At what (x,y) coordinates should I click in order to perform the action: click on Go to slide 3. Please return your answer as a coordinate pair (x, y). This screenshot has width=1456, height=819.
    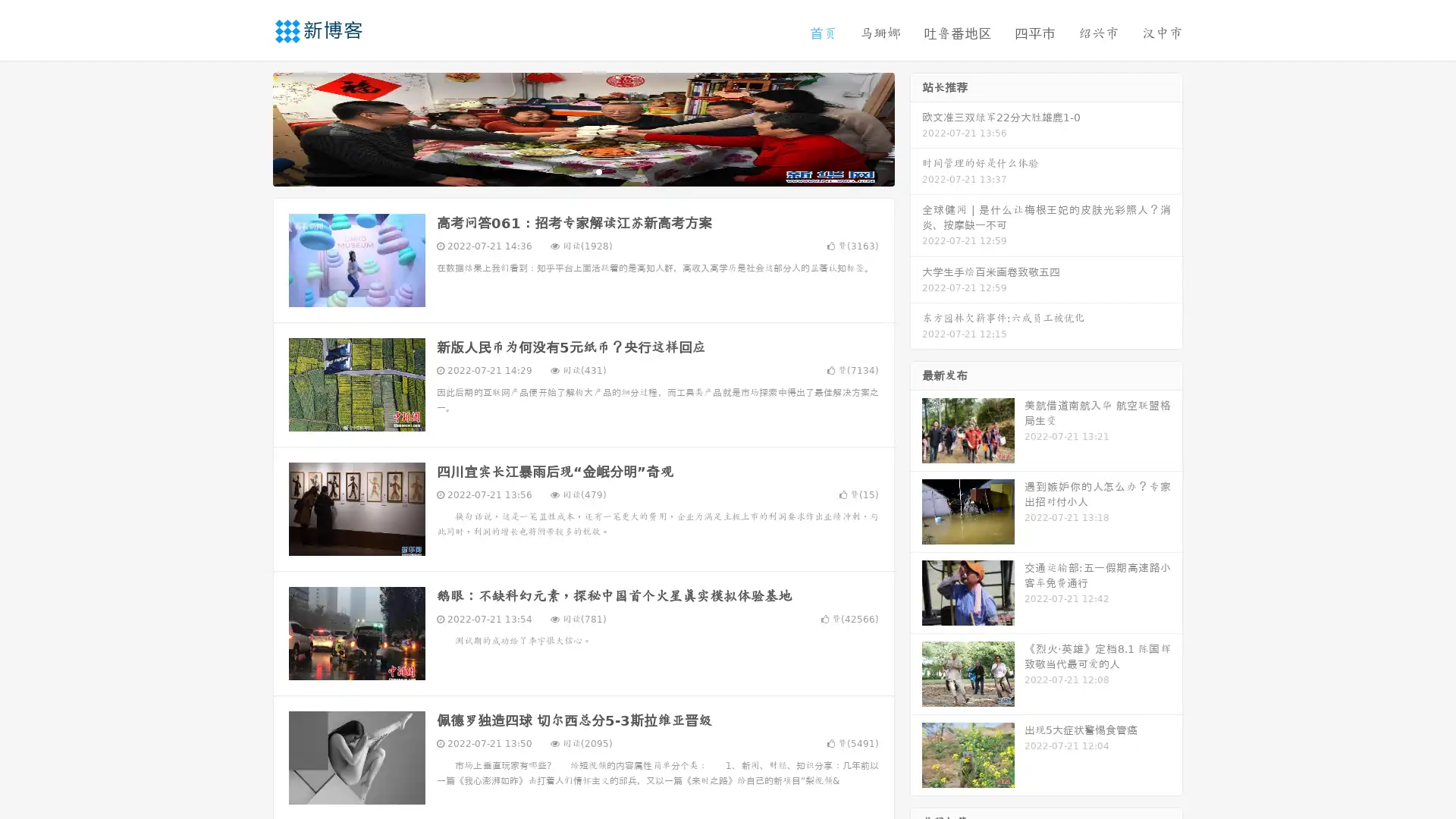
    Looking at the image, I should click on (598, 171).